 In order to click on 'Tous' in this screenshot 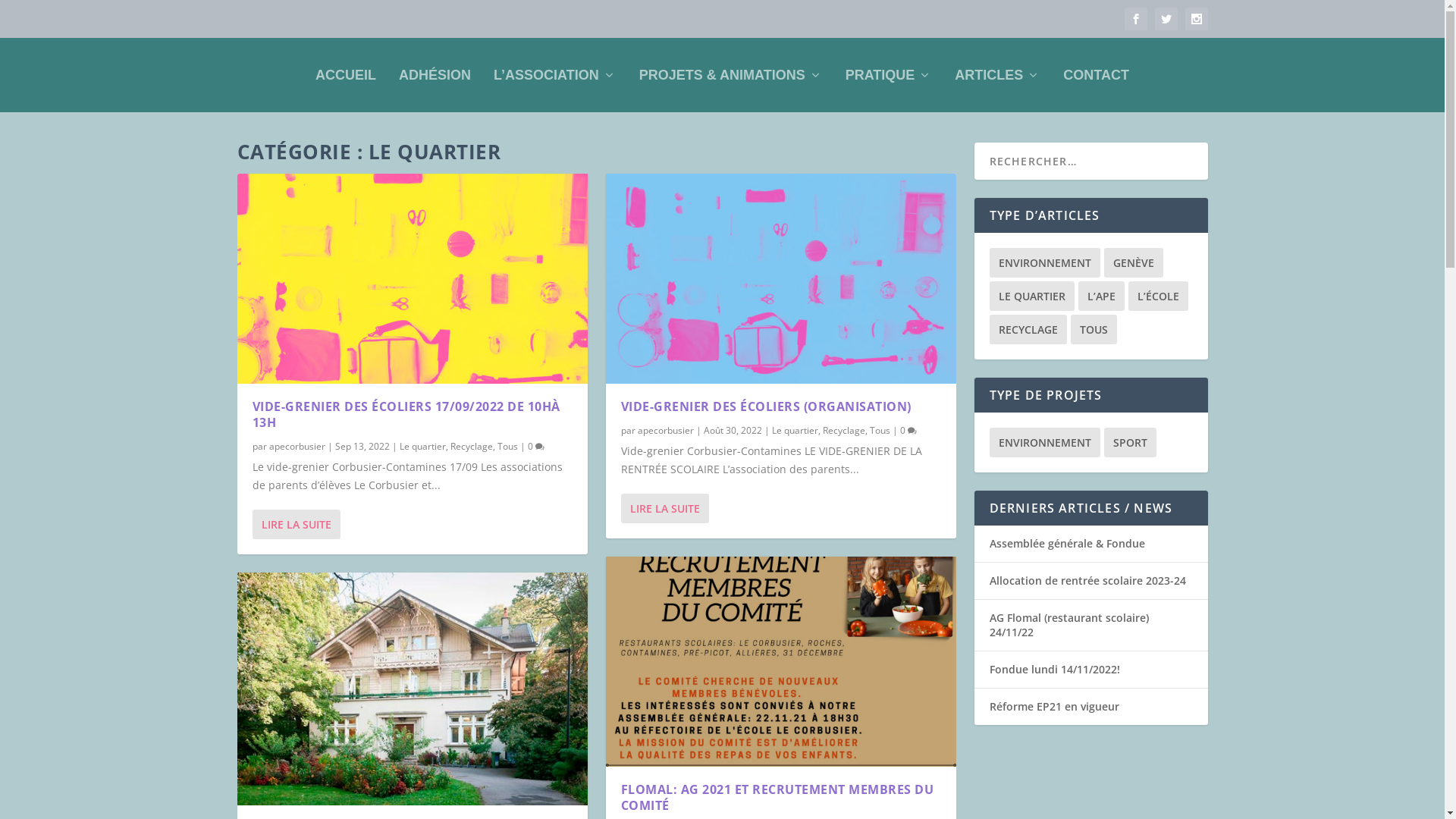, I will do `click(507, 445)`.